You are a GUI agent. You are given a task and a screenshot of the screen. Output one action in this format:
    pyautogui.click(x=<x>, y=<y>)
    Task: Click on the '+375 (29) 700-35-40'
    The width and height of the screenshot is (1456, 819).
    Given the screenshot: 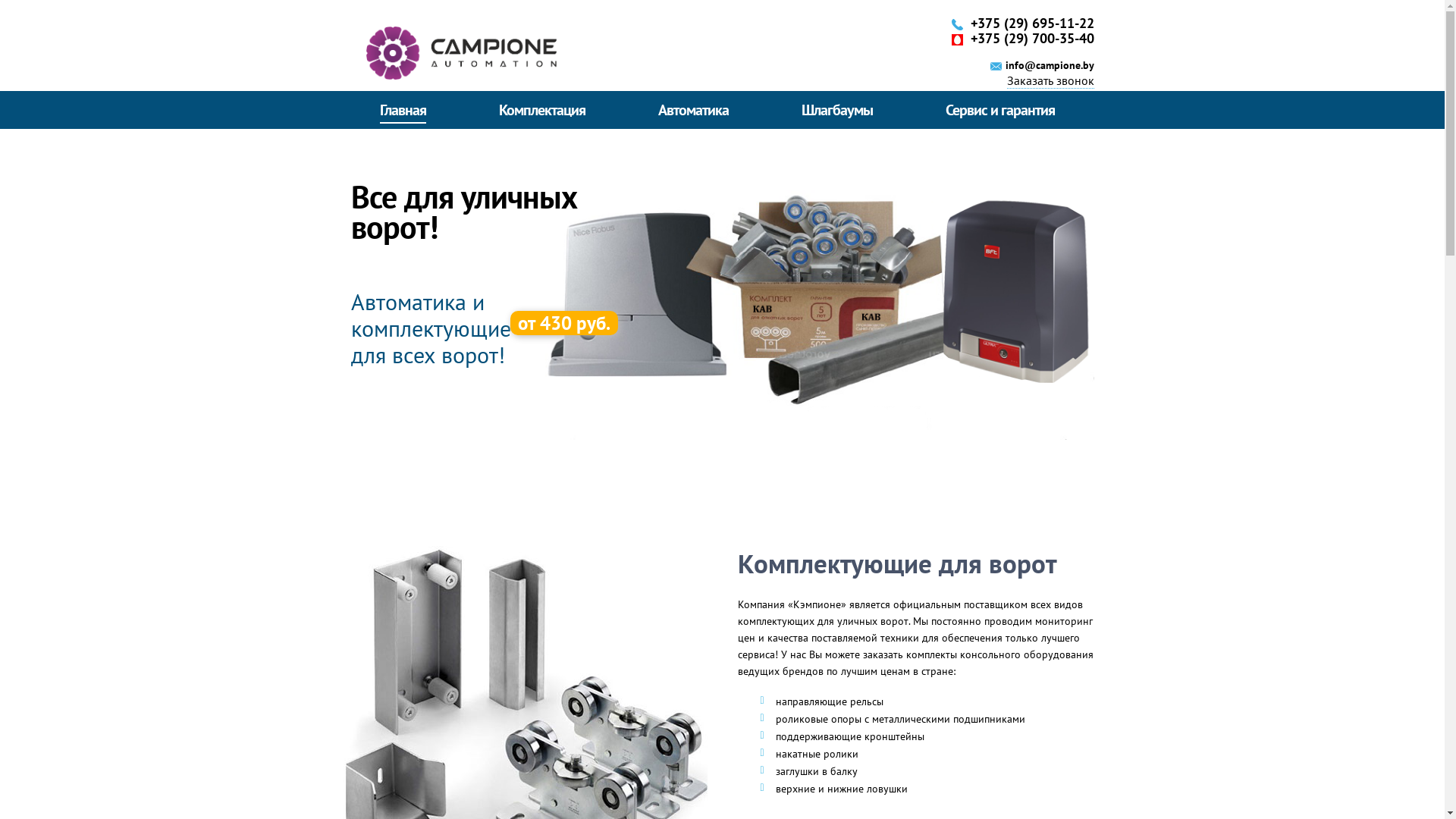 What is the action you would take?
    pyautogui.click(x=1031, y=37)
    